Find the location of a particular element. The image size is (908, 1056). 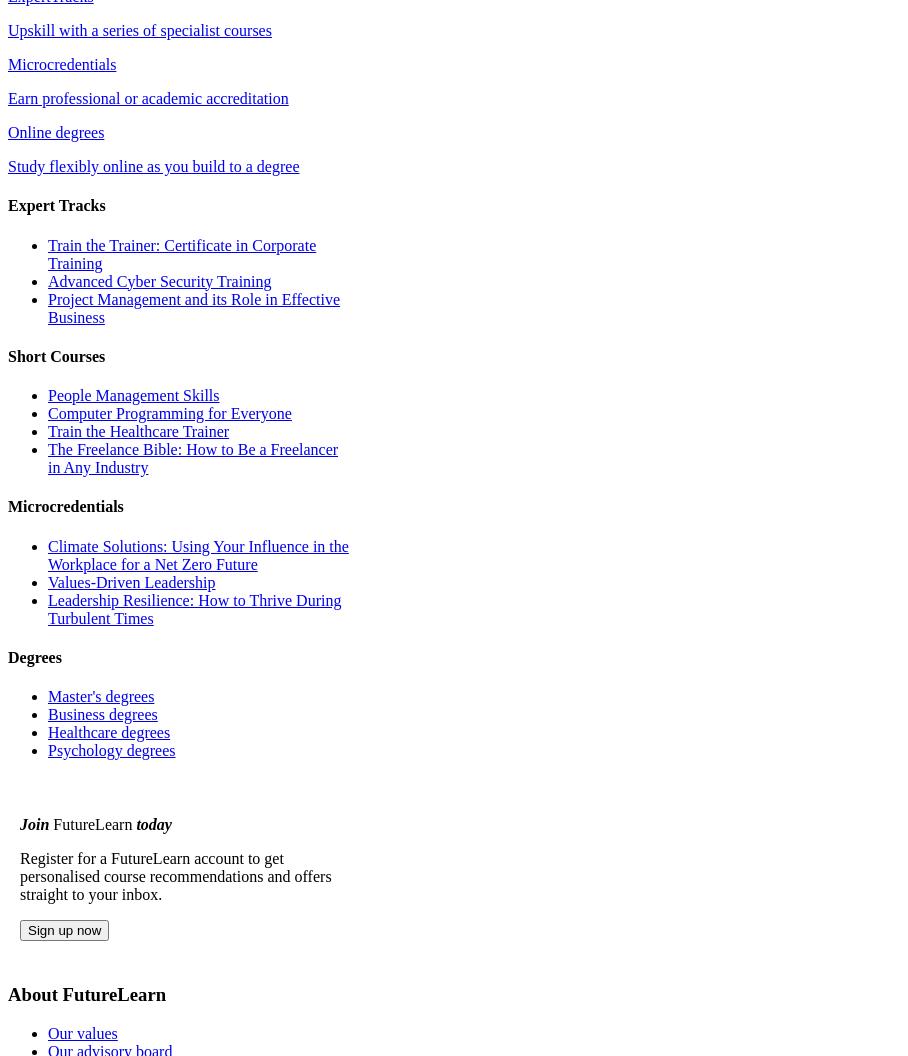

'Earn professional or academic accreditation' is located at coordinates (148, 97).